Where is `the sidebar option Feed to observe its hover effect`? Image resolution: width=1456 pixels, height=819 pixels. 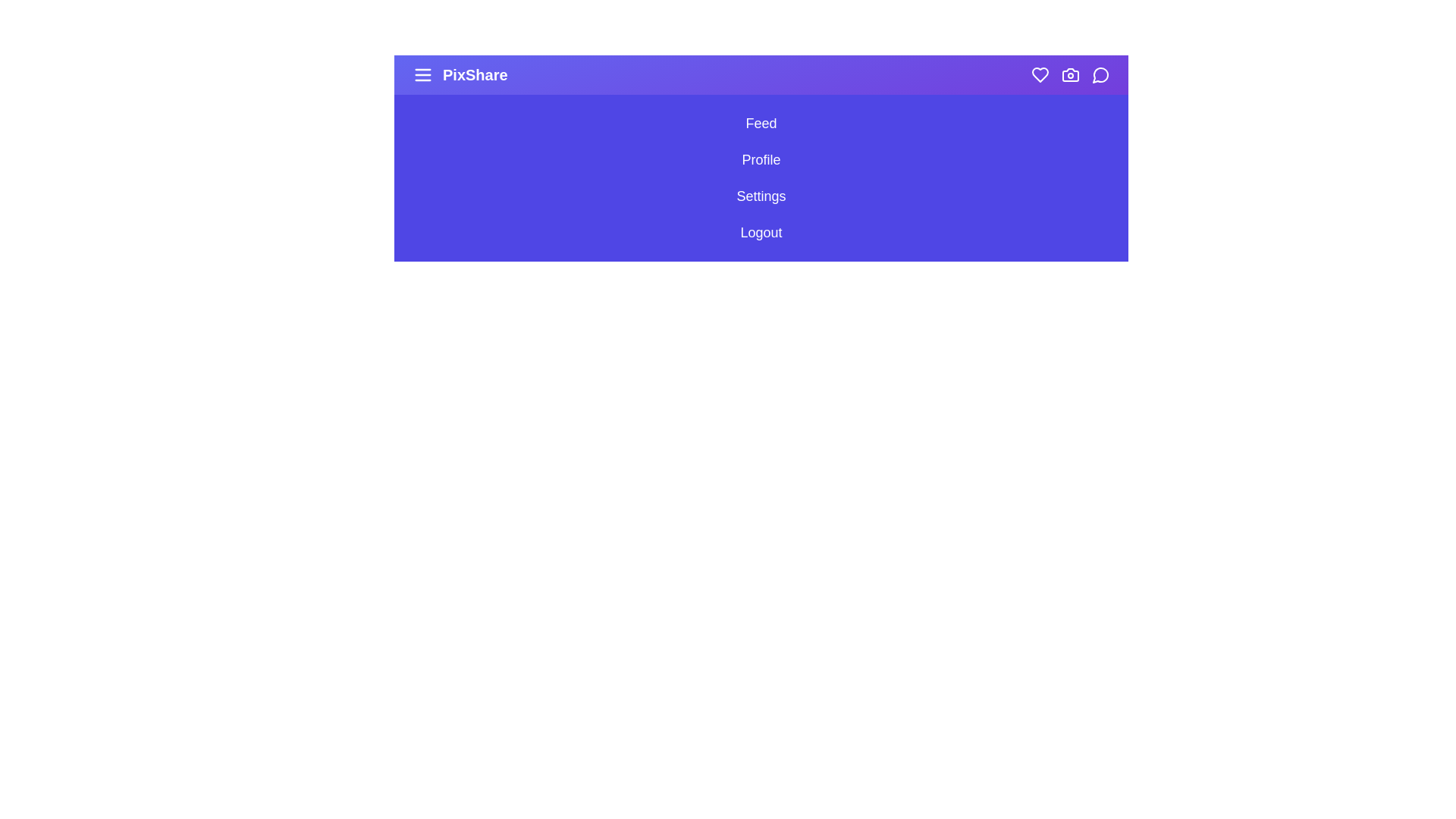
the sidebar option Feed to observe its hover effect is located at coordinates (761, 122).